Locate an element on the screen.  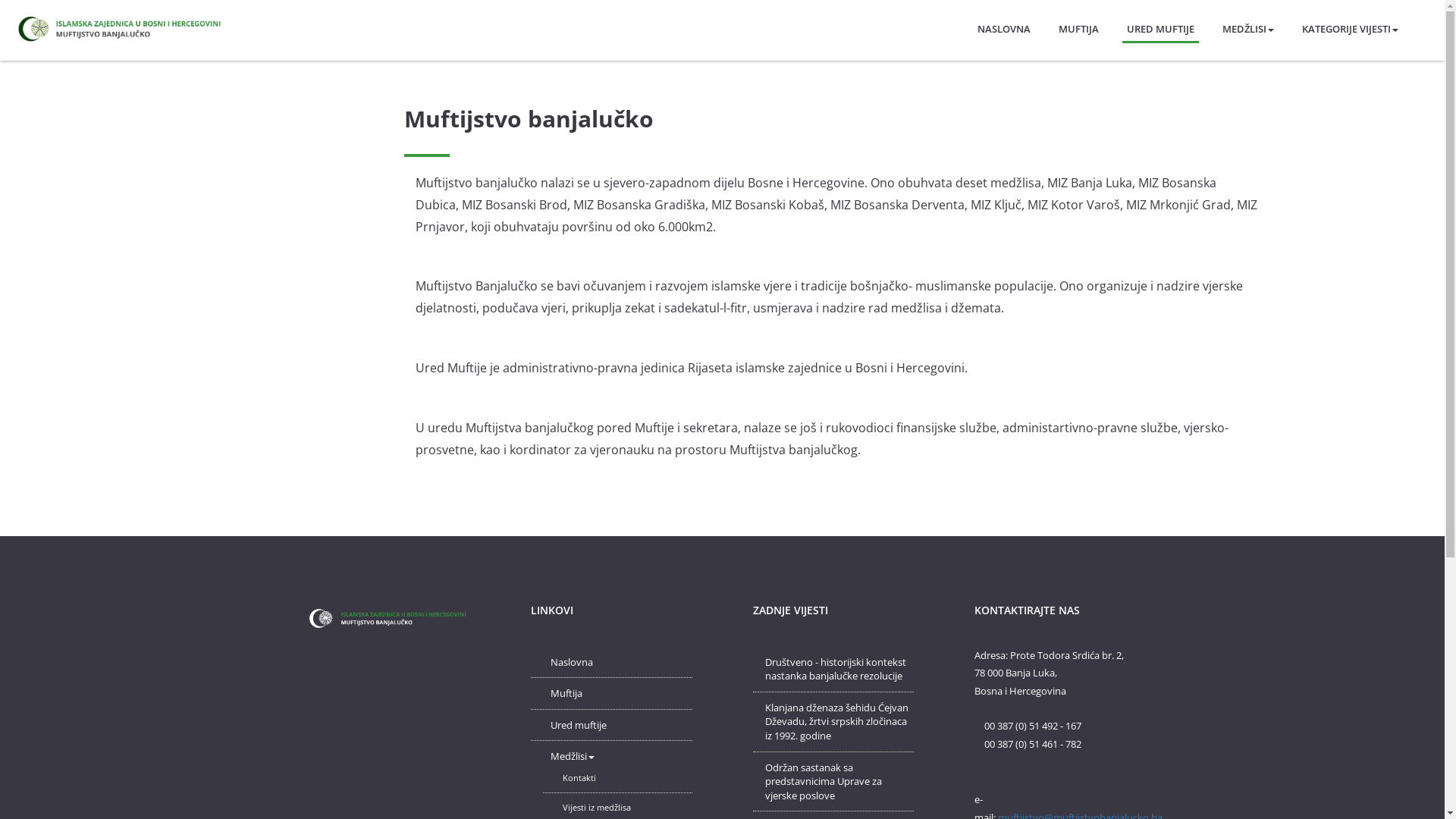
'NASLOVNA' is located at coordinates (972, 25).